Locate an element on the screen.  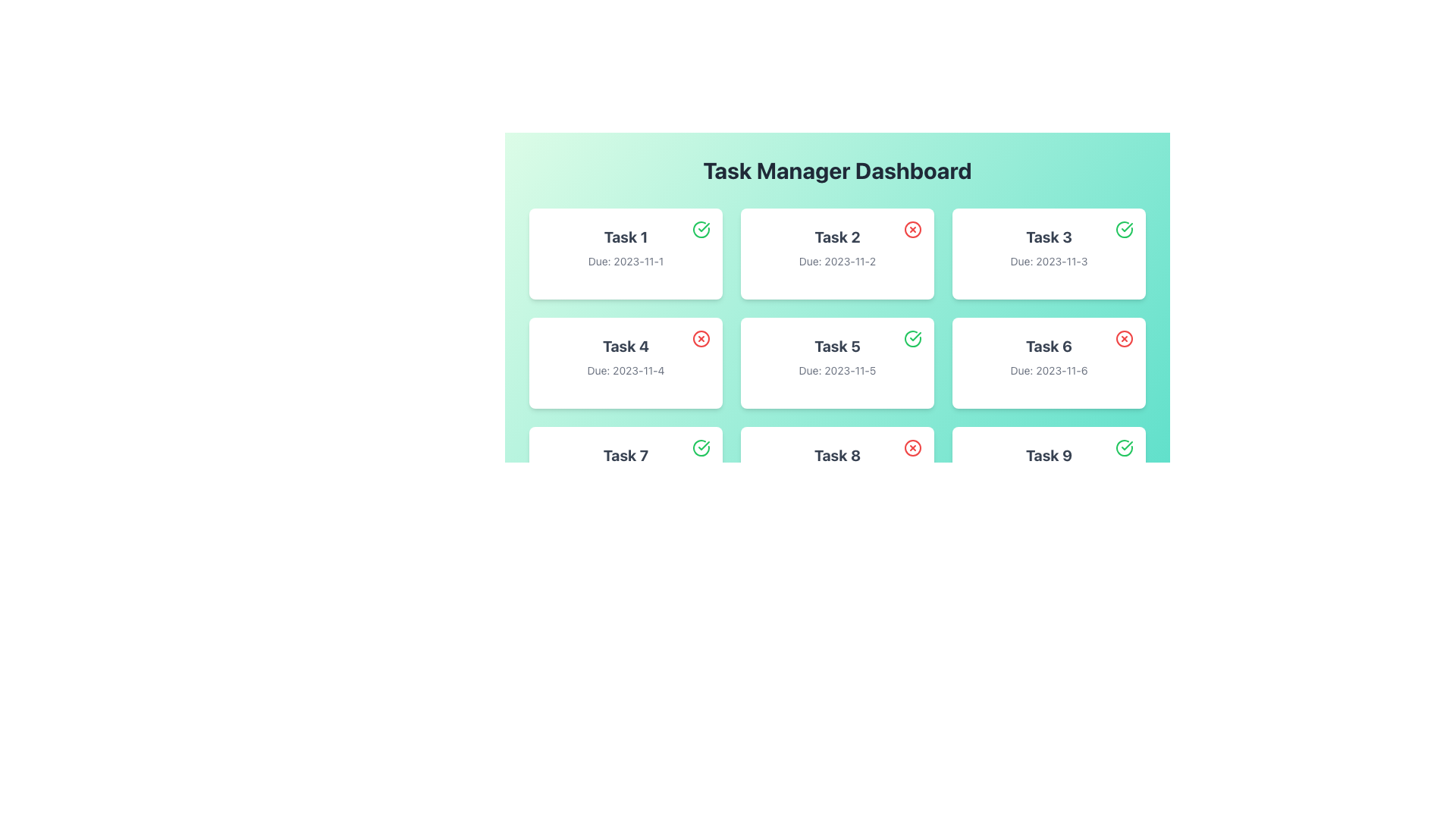
the due date label for 'Task 3', located beneath the task title in the third column of the first row of the grid layout is located at coordinates (1048, 260).